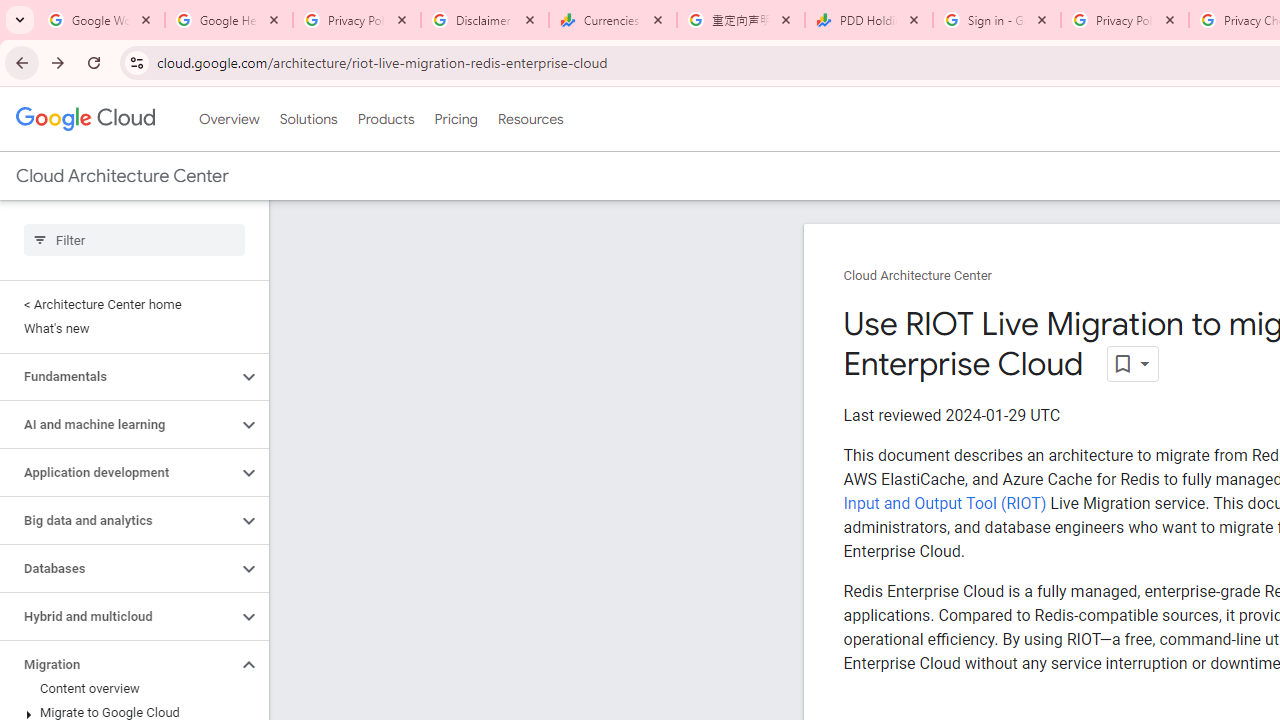  I want to click on 'Solutions', so click(307, 119).